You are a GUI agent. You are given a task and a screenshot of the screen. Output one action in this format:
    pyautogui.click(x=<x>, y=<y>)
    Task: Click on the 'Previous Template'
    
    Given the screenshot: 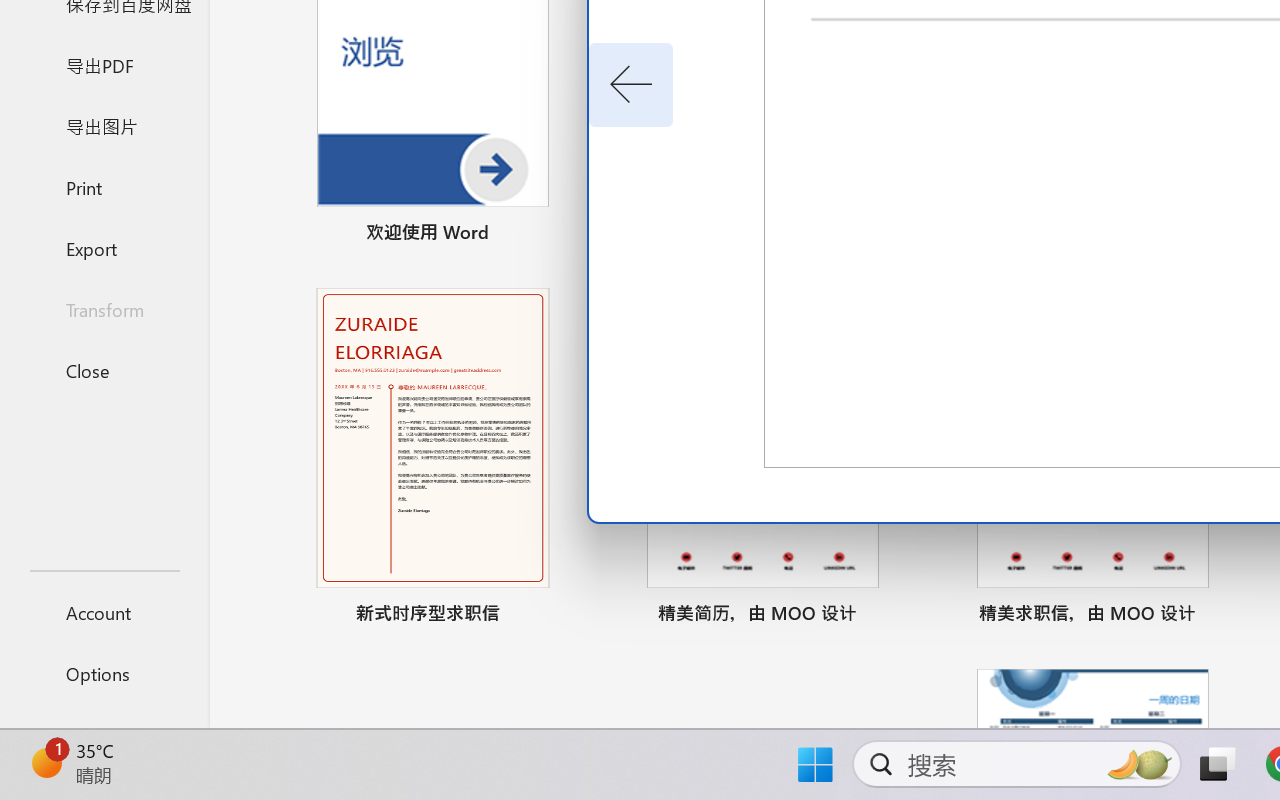 What is the action you would take?
    pyautogui.click(x=630, y=85)
    